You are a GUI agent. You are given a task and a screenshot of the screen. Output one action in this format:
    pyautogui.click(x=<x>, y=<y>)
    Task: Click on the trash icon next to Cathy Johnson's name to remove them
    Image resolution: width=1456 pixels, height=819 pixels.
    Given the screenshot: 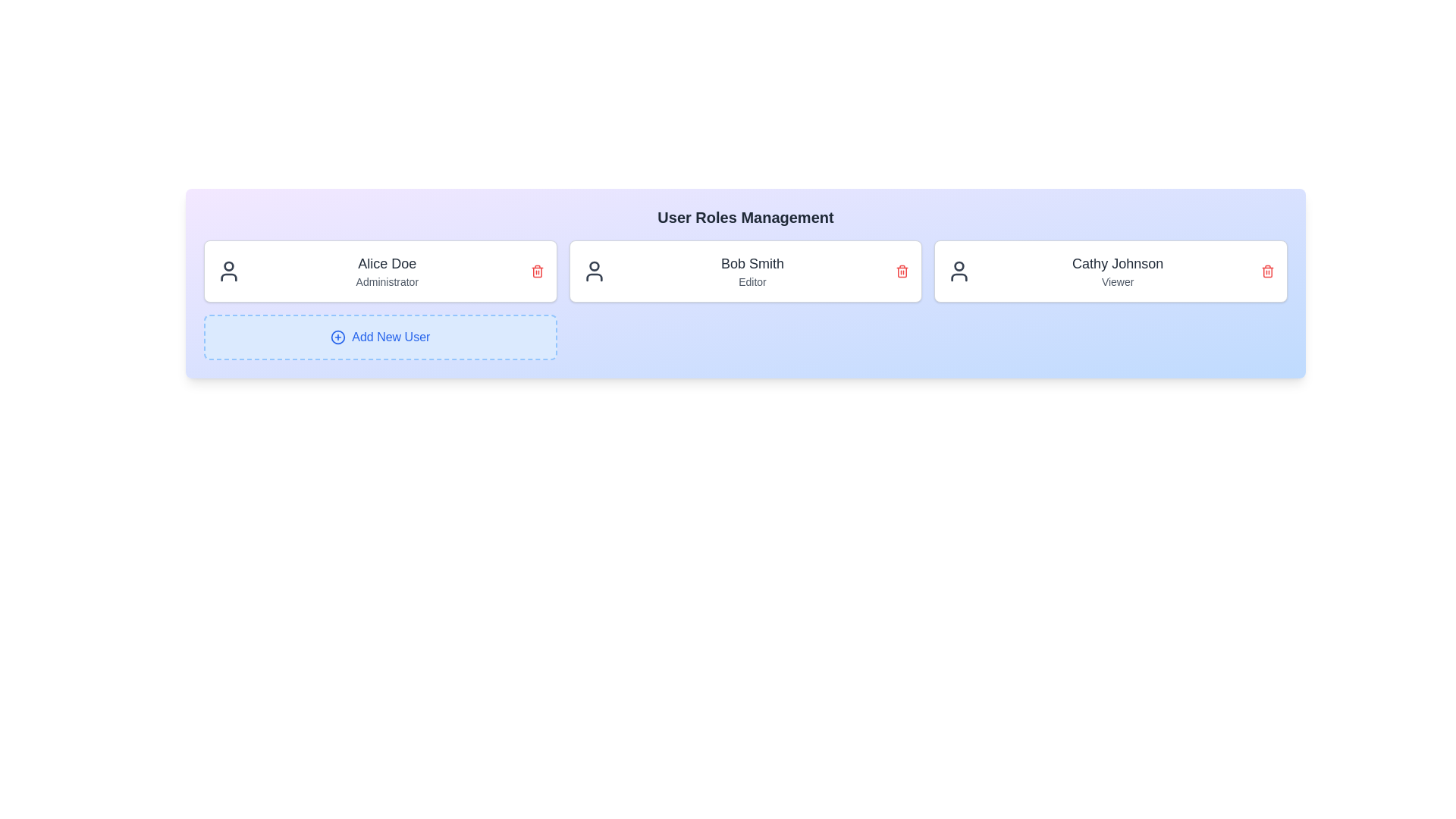 What is the action you would take?
    pyautogui.click(x=1267, y=271)
    